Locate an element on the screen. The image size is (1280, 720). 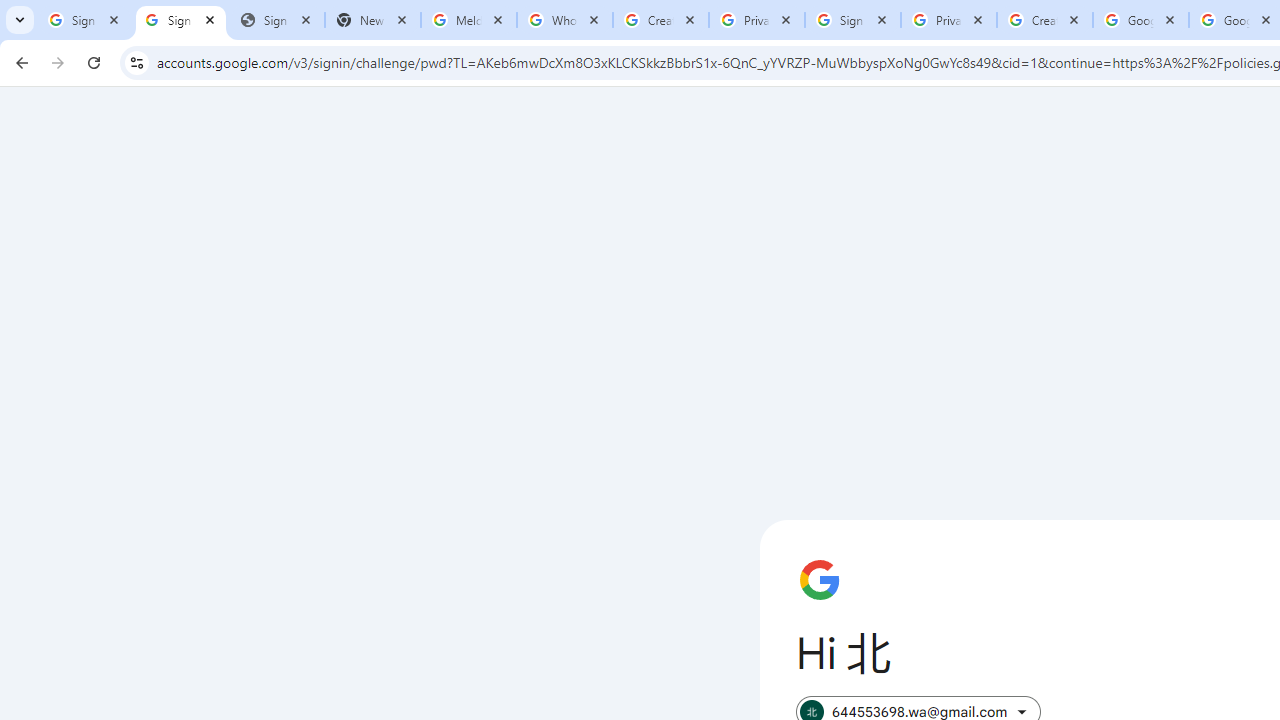
'New Tab' is located at coordinates (373, 20).